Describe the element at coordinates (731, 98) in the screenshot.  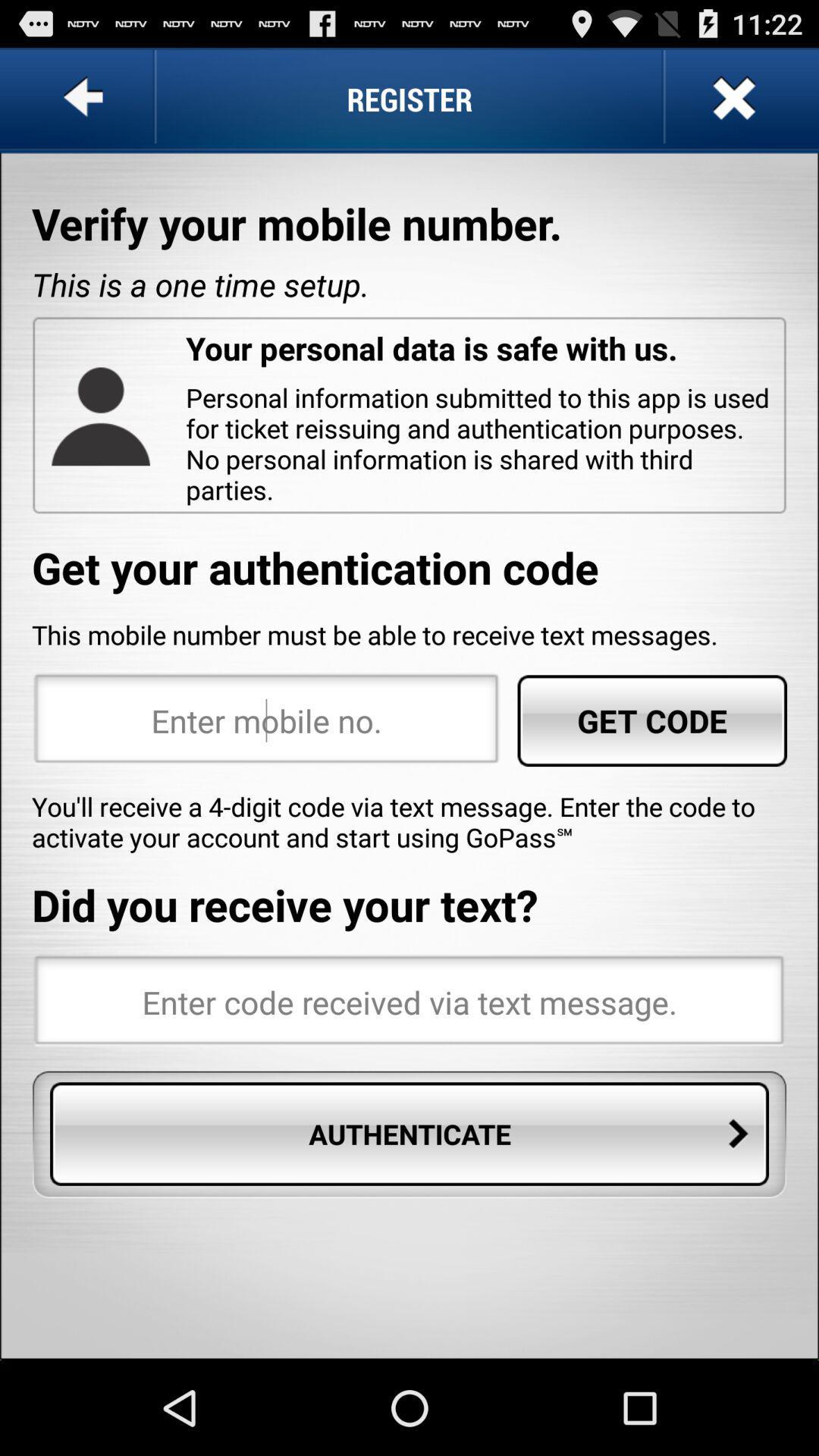
I see `item next to register item` at that location.